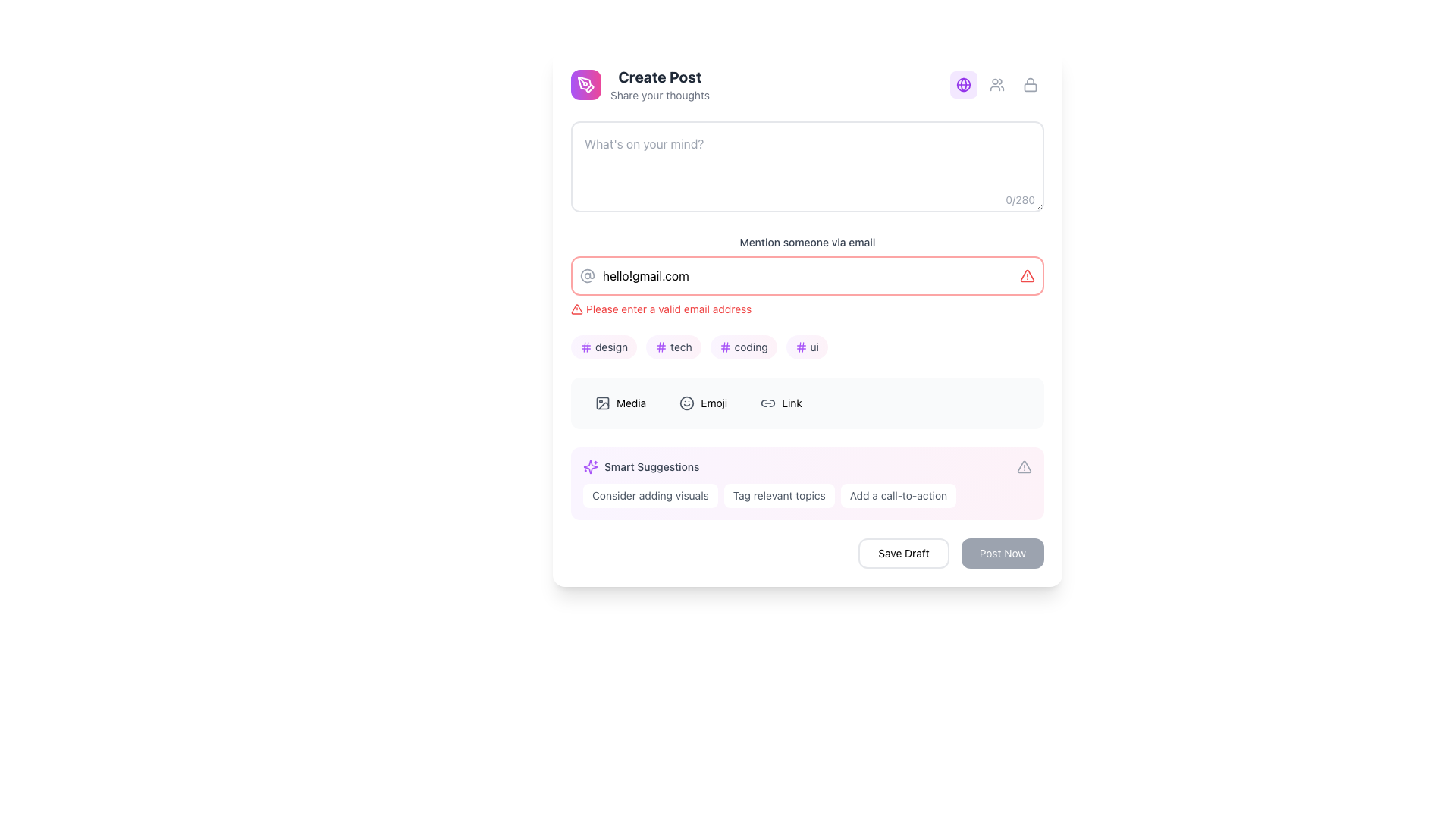  Describe the element at coordinates (800, 347) in the screenshot. I see `the tagging icon located on the horizontal gradient button labeled 'ui', which is situated next to hashtag tags like 'design', 'tech', and 'coding', towards the bottom center of the interface` at that location.